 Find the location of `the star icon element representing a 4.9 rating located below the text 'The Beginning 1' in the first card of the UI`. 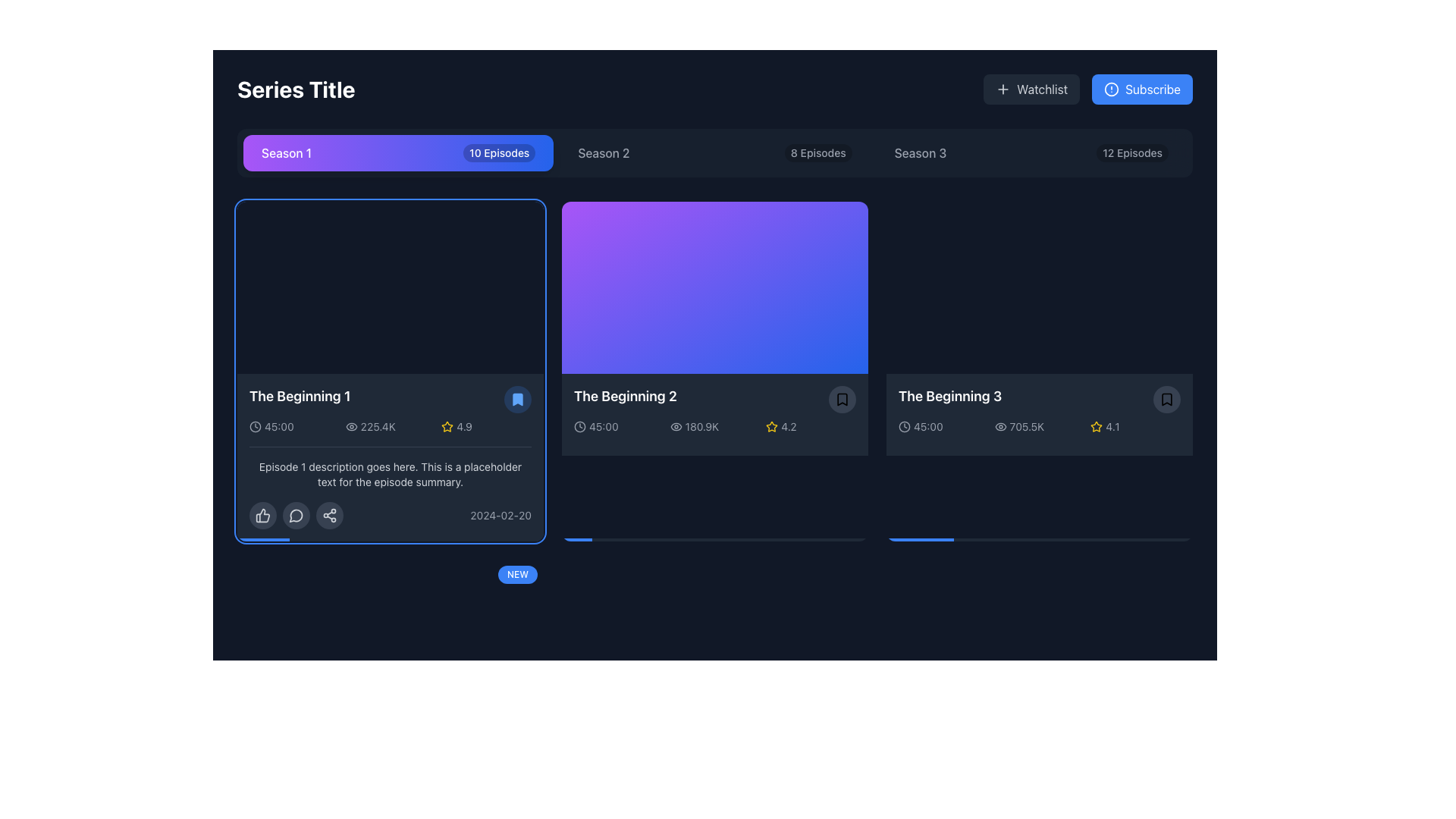

the star icon element representing a 4.9 rating located below the text 'The Beginning 1' in the first card of the UI is located at coordinates (447, 785).